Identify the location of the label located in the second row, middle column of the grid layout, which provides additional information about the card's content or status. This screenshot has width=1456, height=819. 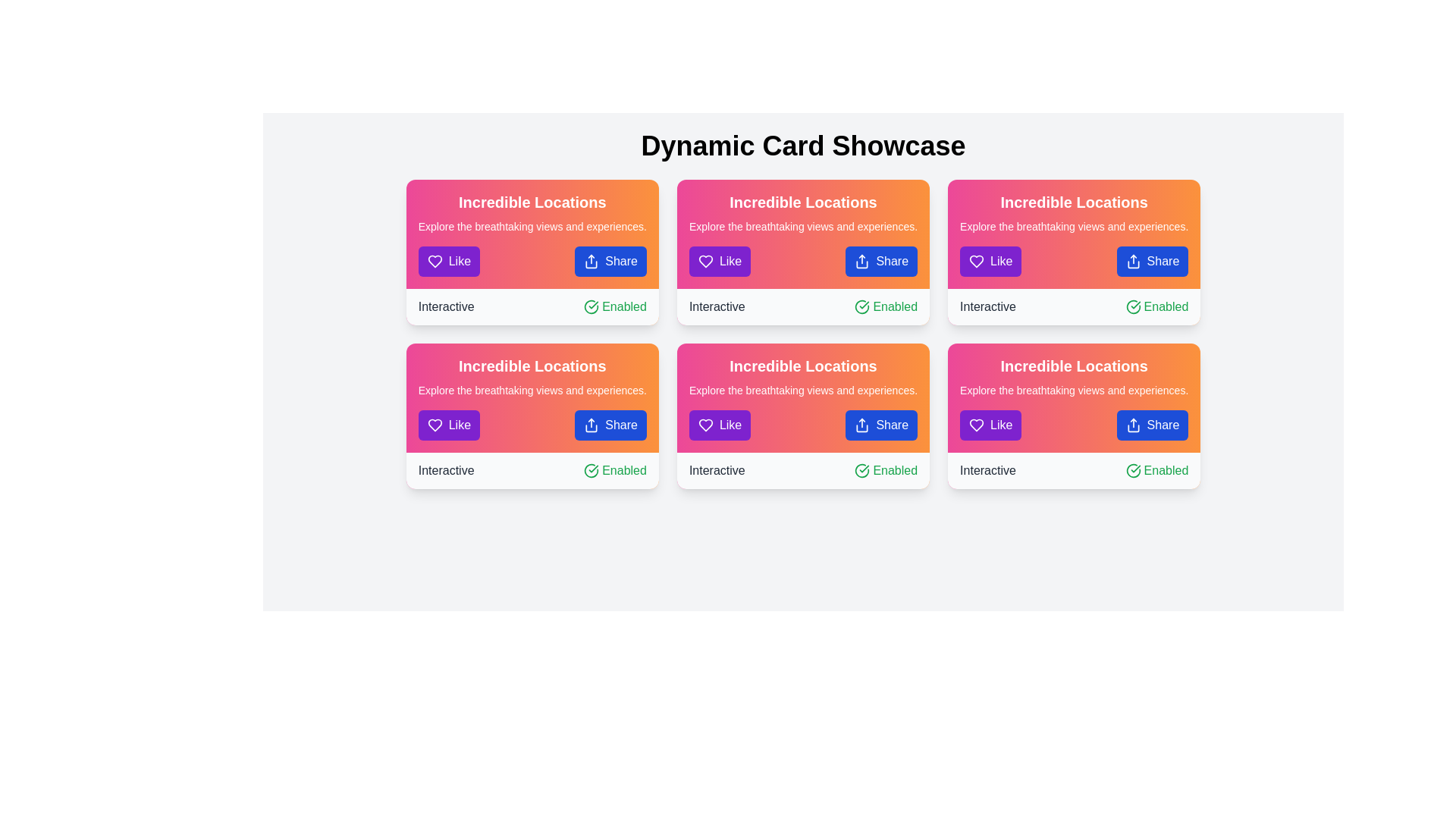
(716, 470).